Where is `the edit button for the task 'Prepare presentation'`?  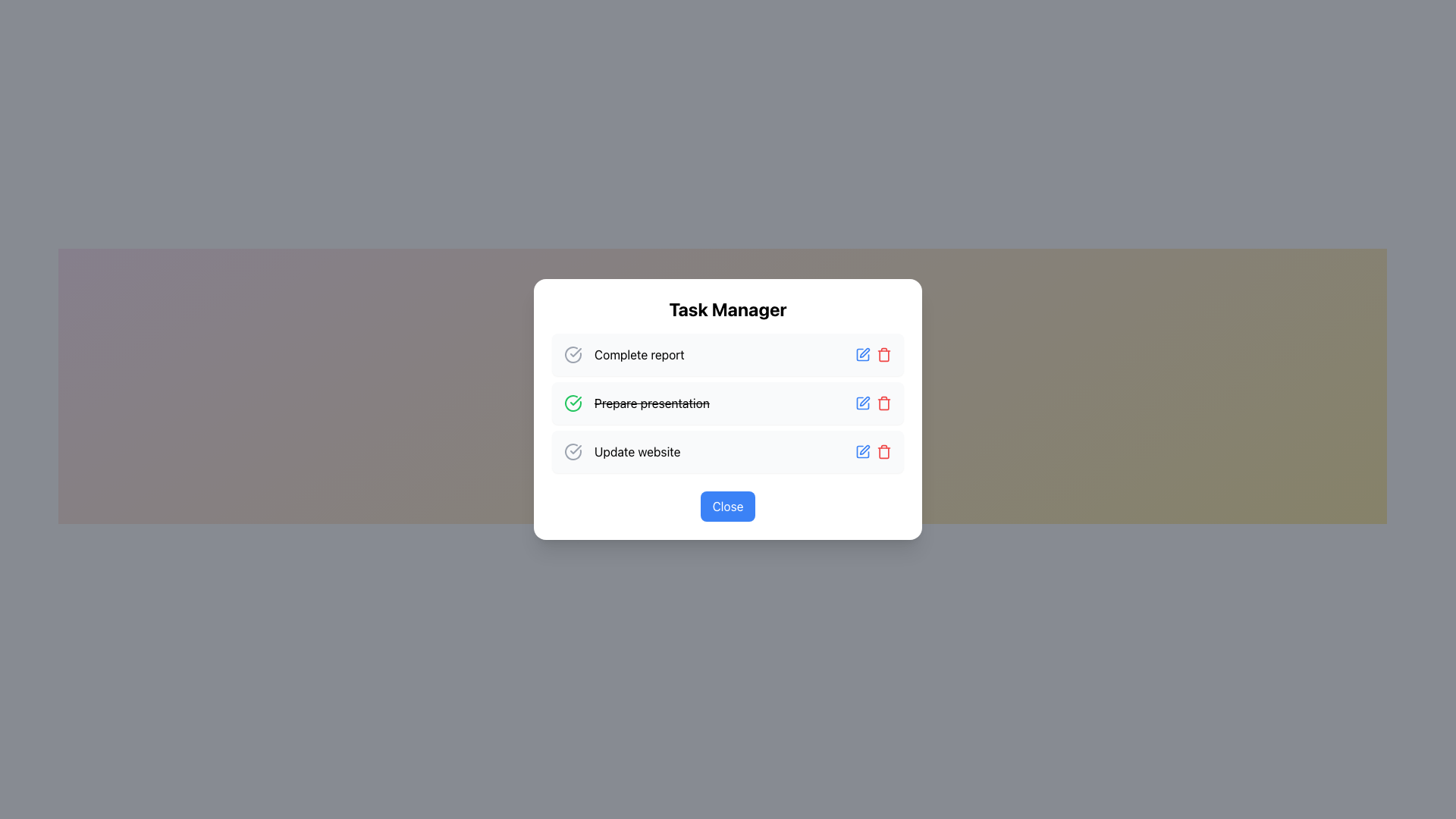 the edit button for the task 'Prepare presentation' is located at coordinates (862, 403).